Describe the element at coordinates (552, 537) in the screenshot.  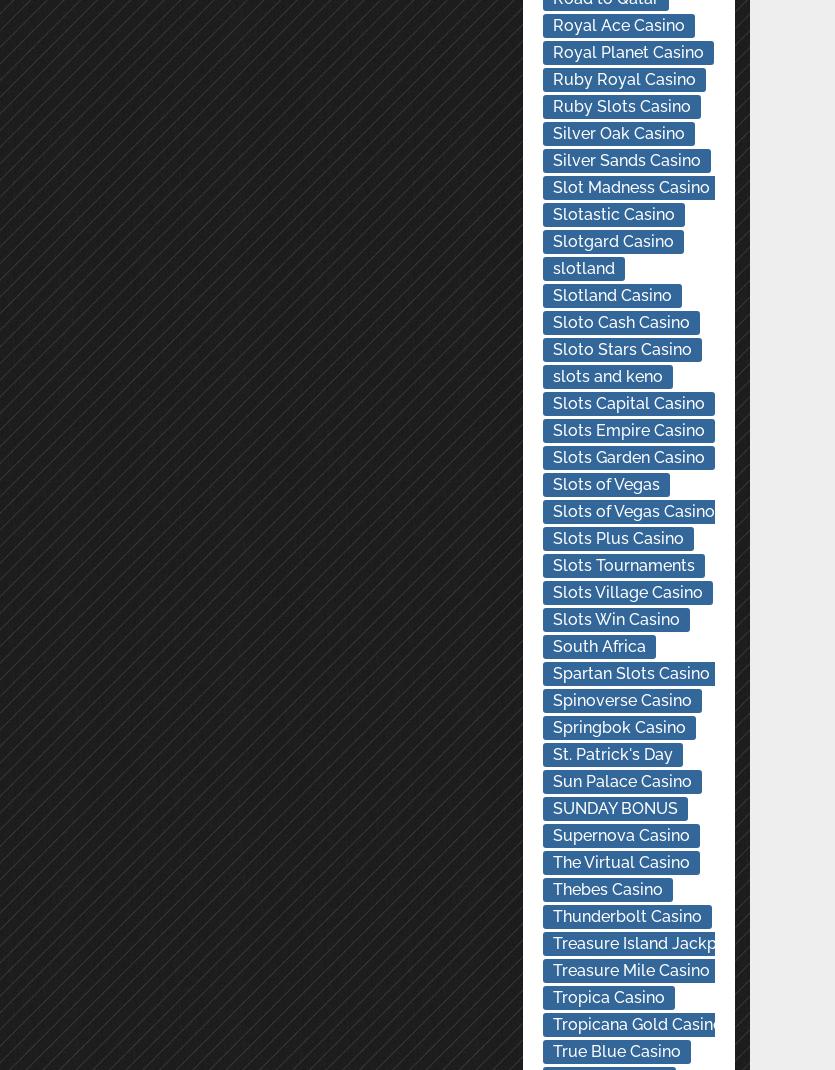
I see `'Slots Plus Casino'` at that location.